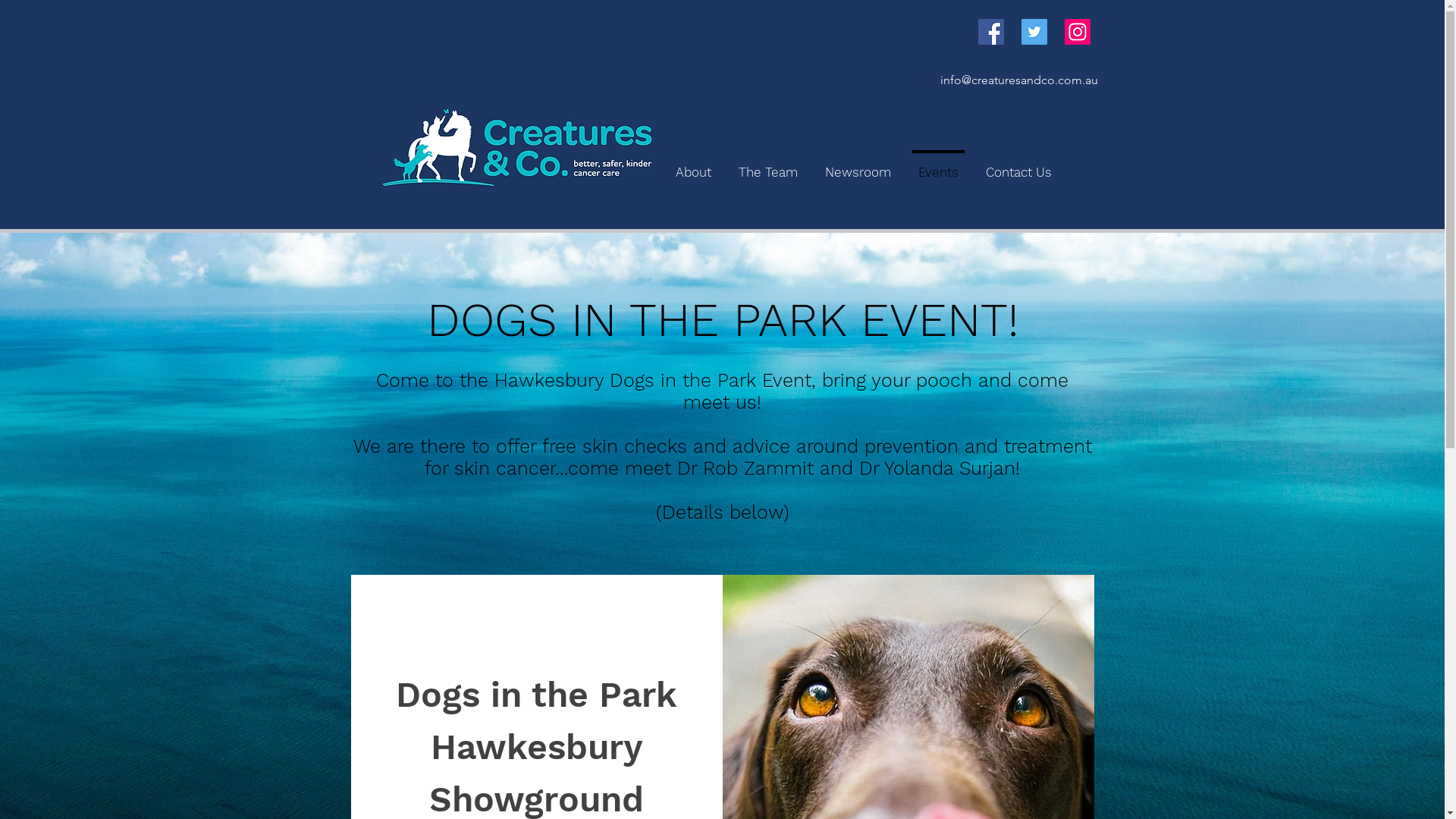 The image size is (1456, 819). I want to click on 'Events', so click(937, 165).